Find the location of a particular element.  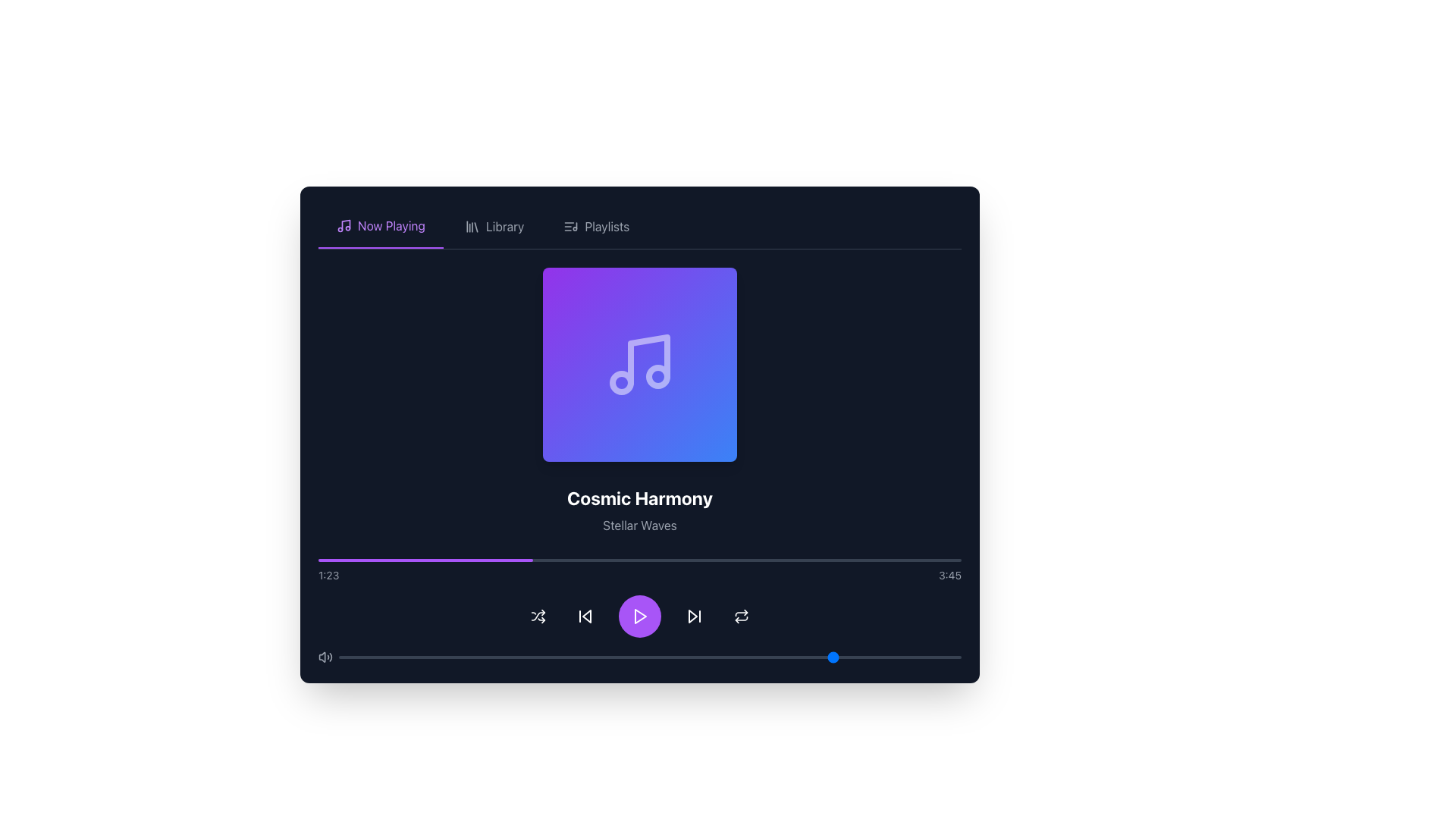

the static text label displaying '3:45' in light gray on a dark background, located at the bottom-right corner of the interface is located at coordinates (949, 576).